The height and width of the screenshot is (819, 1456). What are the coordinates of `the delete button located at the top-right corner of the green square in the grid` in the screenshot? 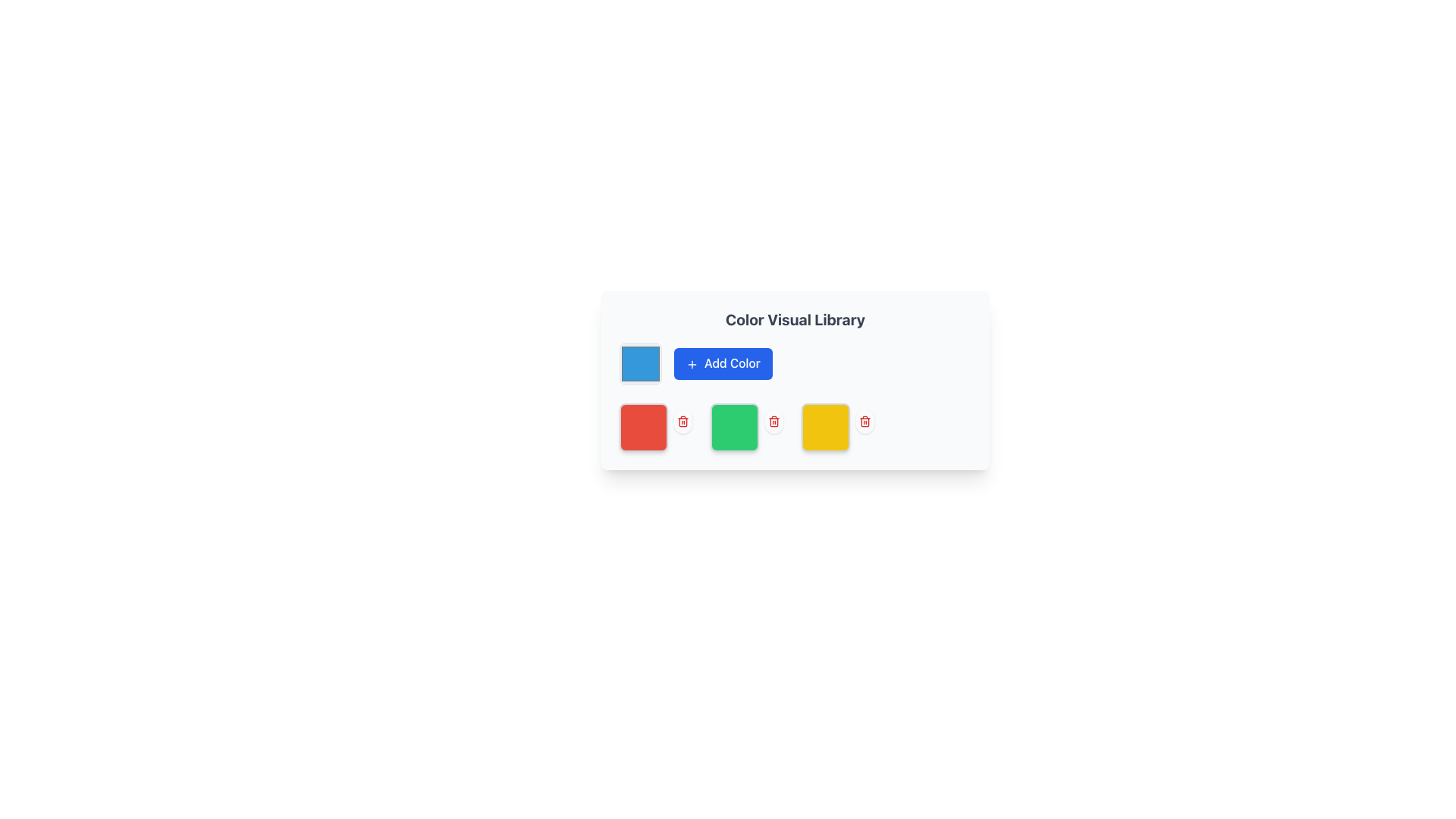 It's located at (774, 421).